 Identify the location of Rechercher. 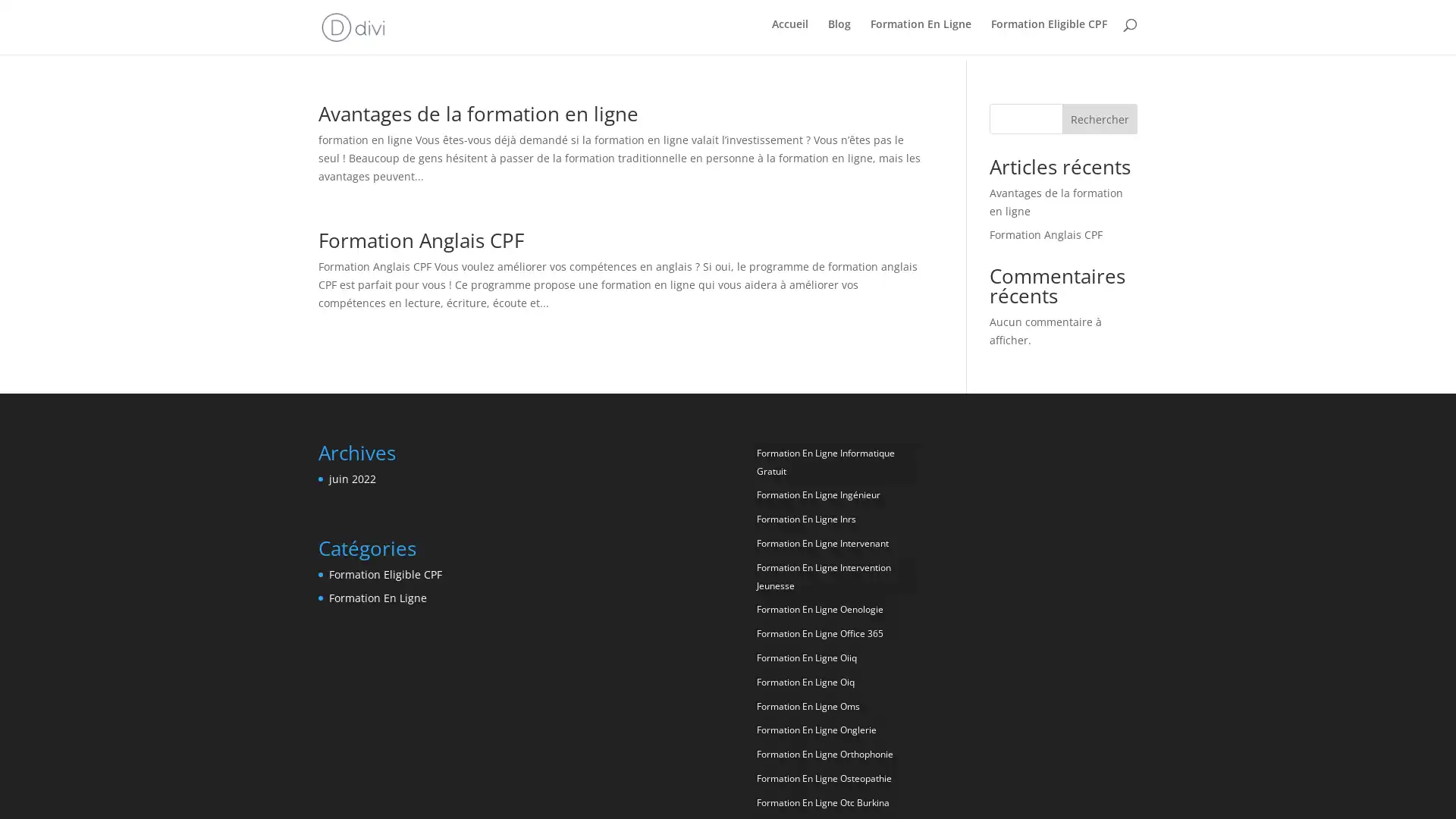
(1099, 113).